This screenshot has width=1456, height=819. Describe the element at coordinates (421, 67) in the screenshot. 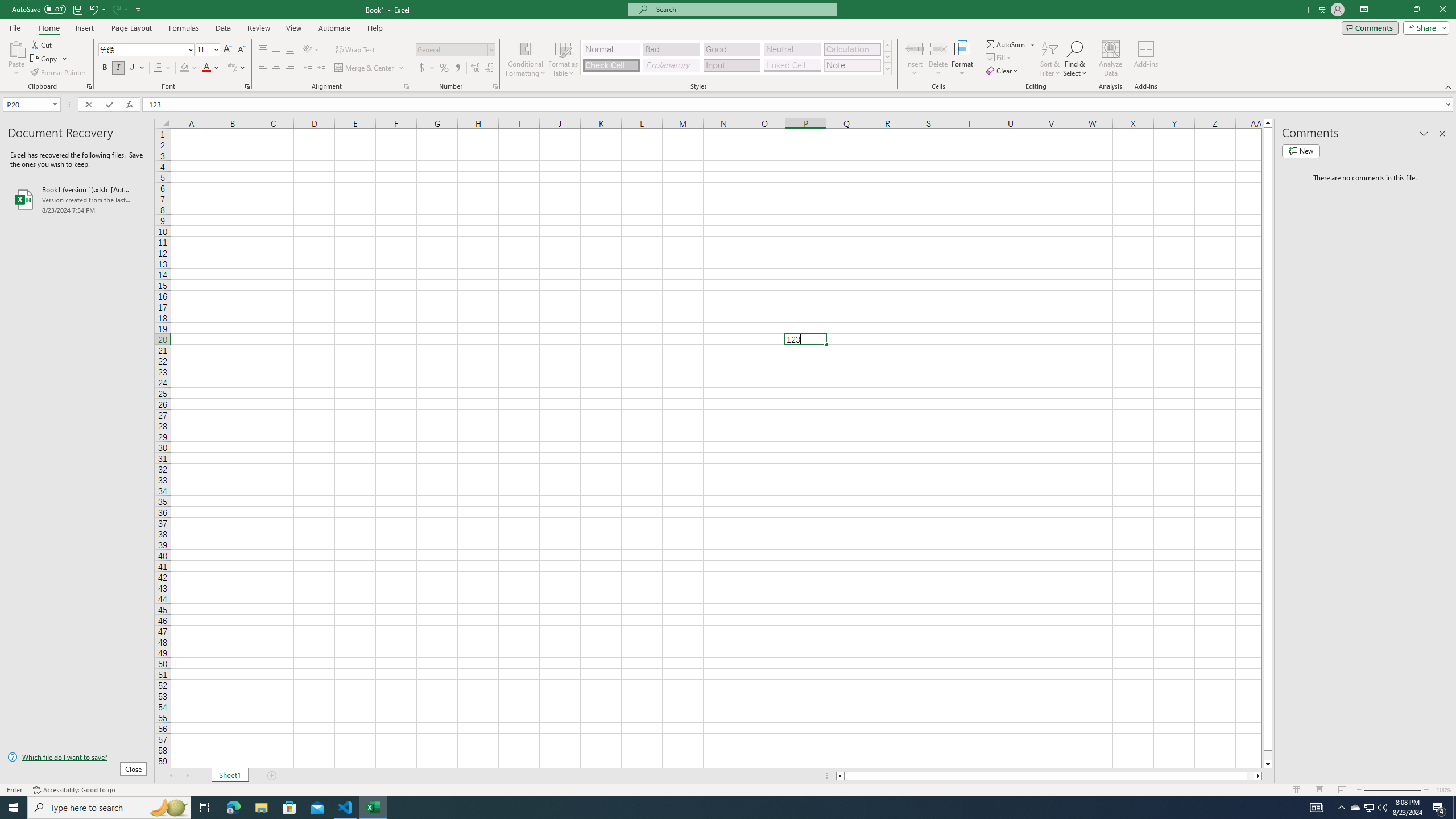

I see `'Accounting Number Format'` at that location.